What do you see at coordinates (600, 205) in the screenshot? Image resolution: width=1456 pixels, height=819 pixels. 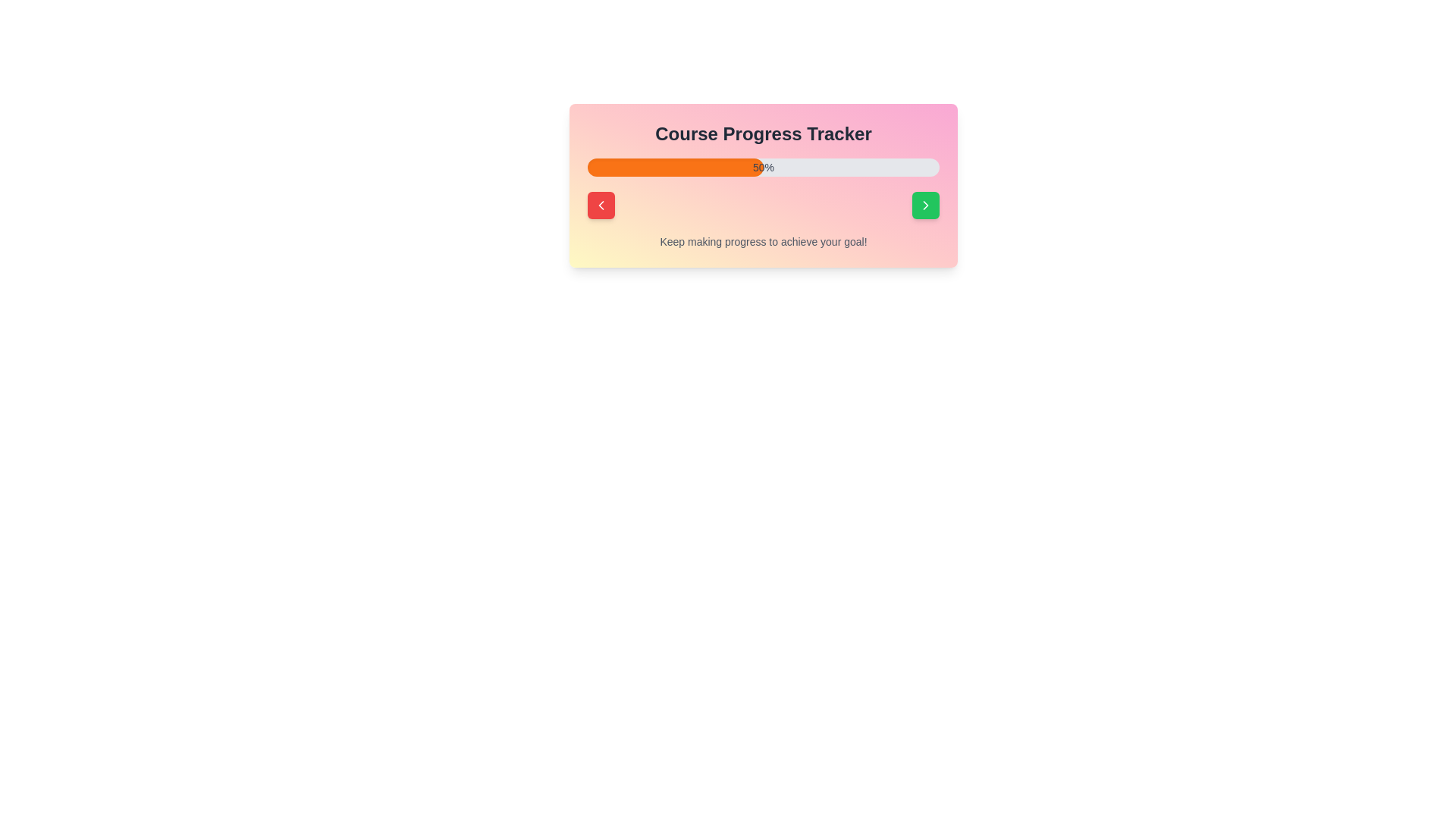 I see `the chevron icon located inside the red circular button to the left of the progress bar` at bounding box center [600, 205].